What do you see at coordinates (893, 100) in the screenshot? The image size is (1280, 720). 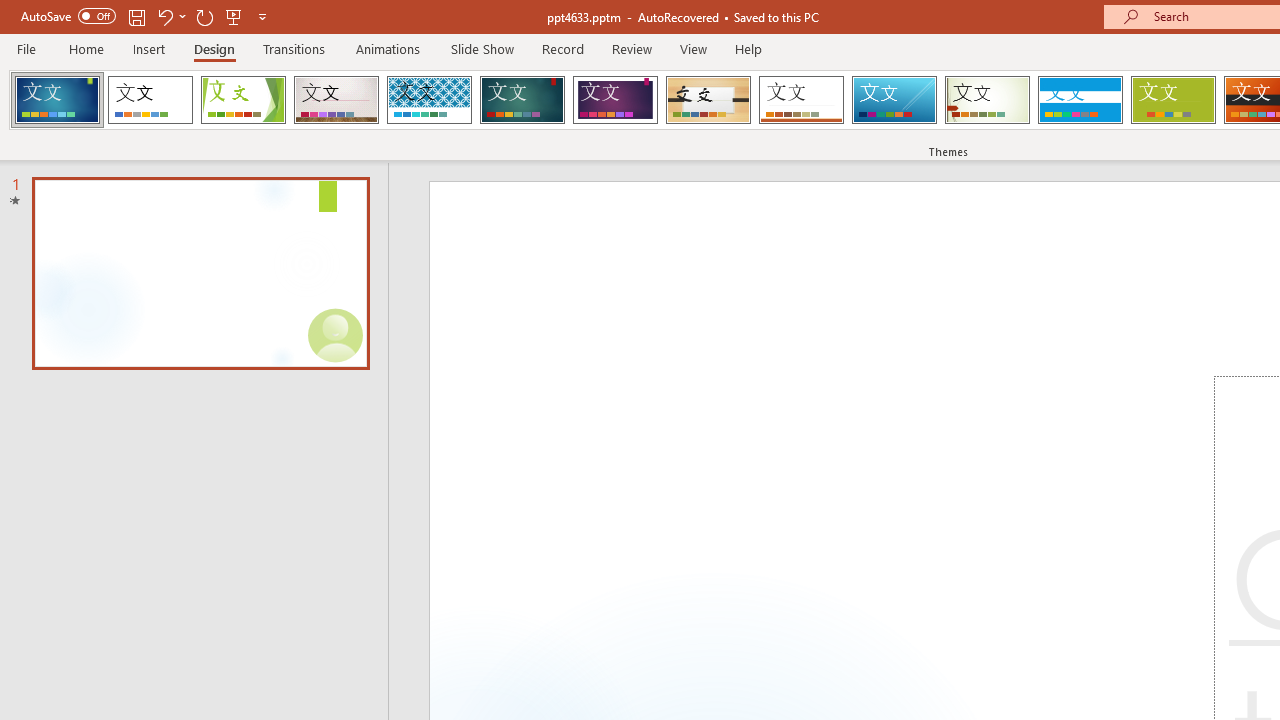 I see `'Slice Loading Preview...'` at bounding box center [893, 100].